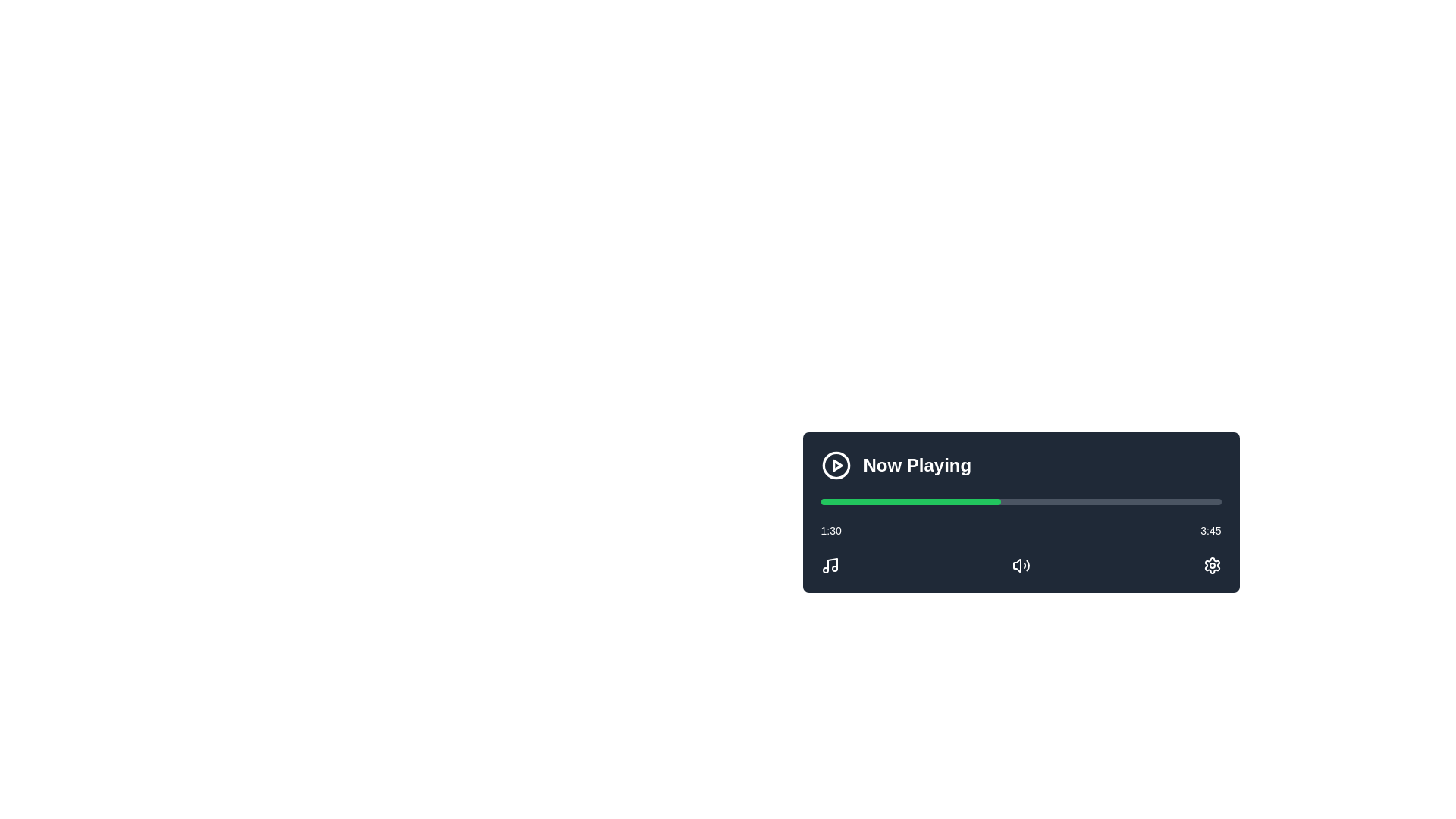  Describe the element at coordinates (910, 502) in the screenshot. I see `the green progress bar located within the gray rectangular progress bar, which visually represents the progress of a task in the media playback interface` at that location.